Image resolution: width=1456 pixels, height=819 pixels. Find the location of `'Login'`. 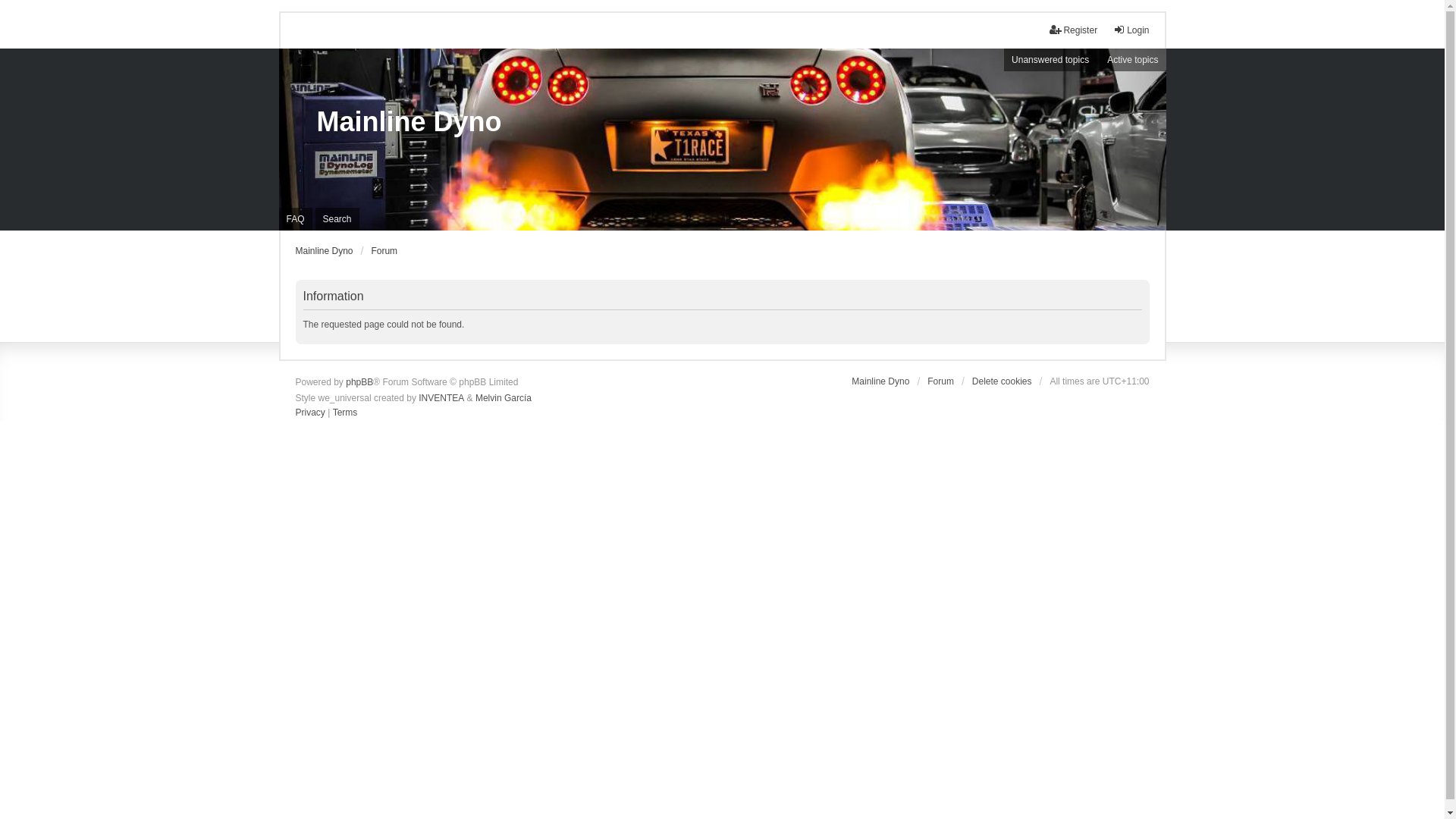

'Login' is located at coordinates (1131, 30).